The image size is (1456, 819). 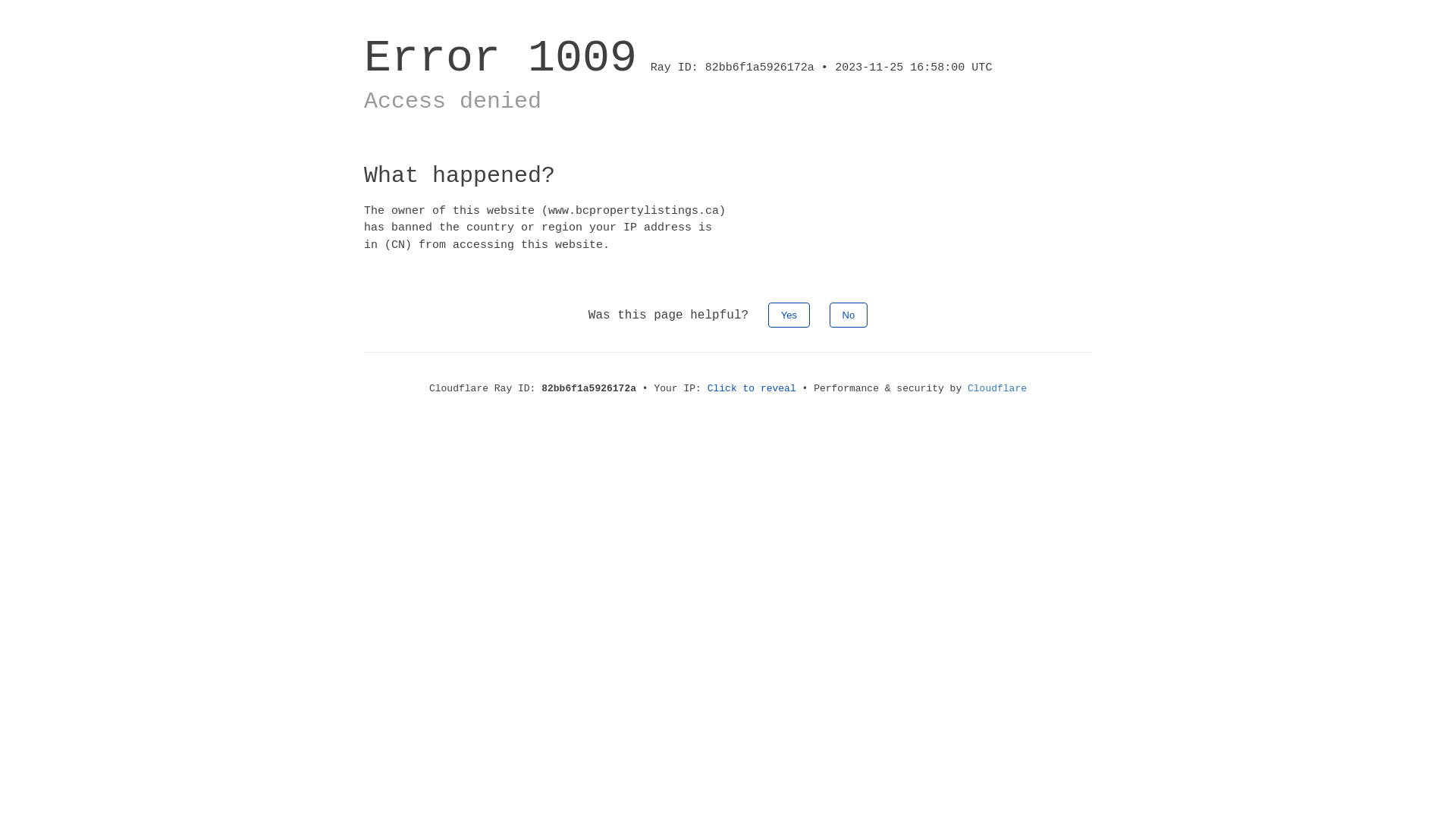 What do you see at coordinates (848, 314) in the screenshot?
I see `'No'` at bounding box center [848, 314].